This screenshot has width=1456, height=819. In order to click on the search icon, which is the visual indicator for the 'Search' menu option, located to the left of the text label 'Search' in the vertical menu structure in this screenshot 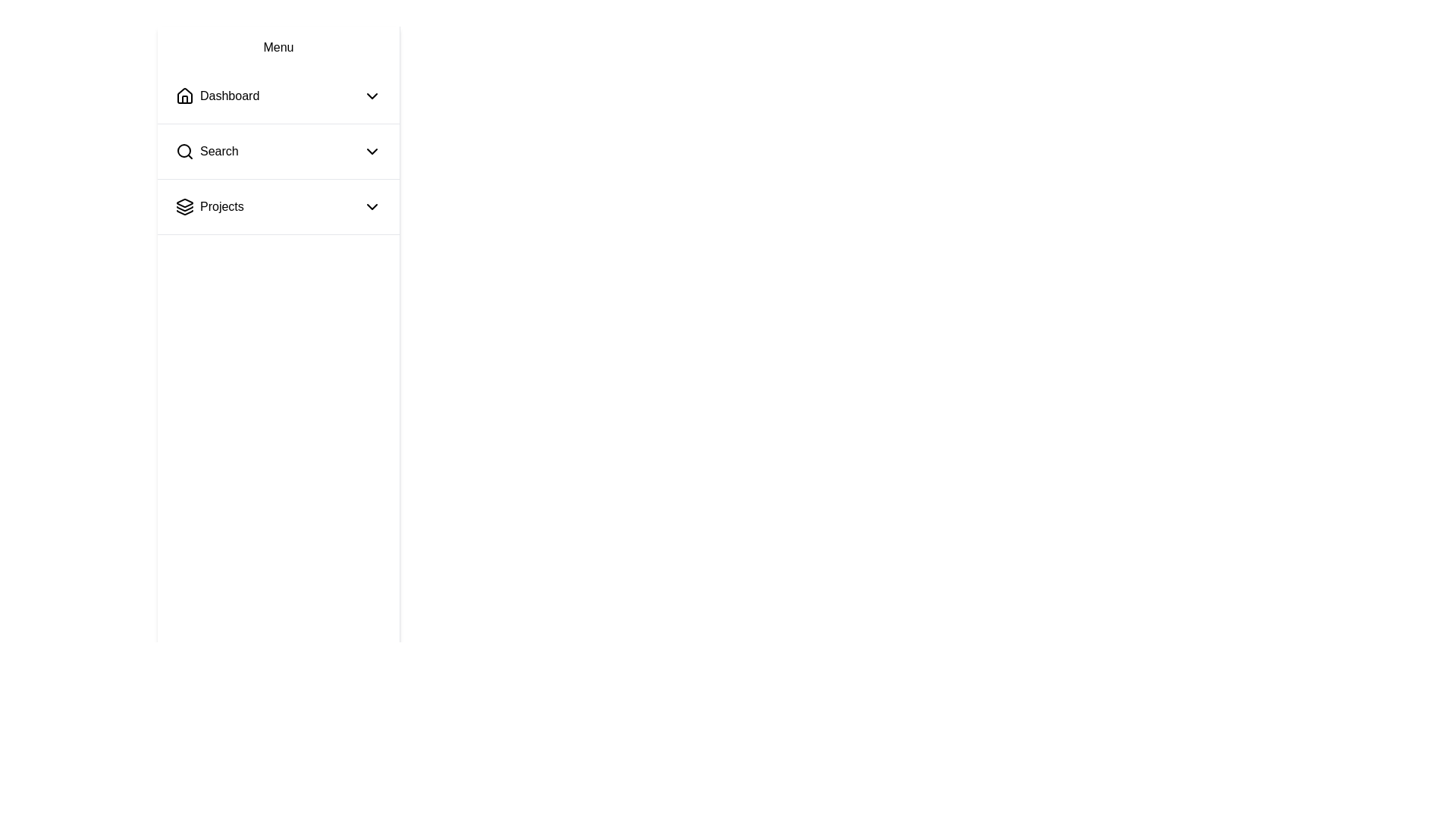, I will do `click(184, 152)`.